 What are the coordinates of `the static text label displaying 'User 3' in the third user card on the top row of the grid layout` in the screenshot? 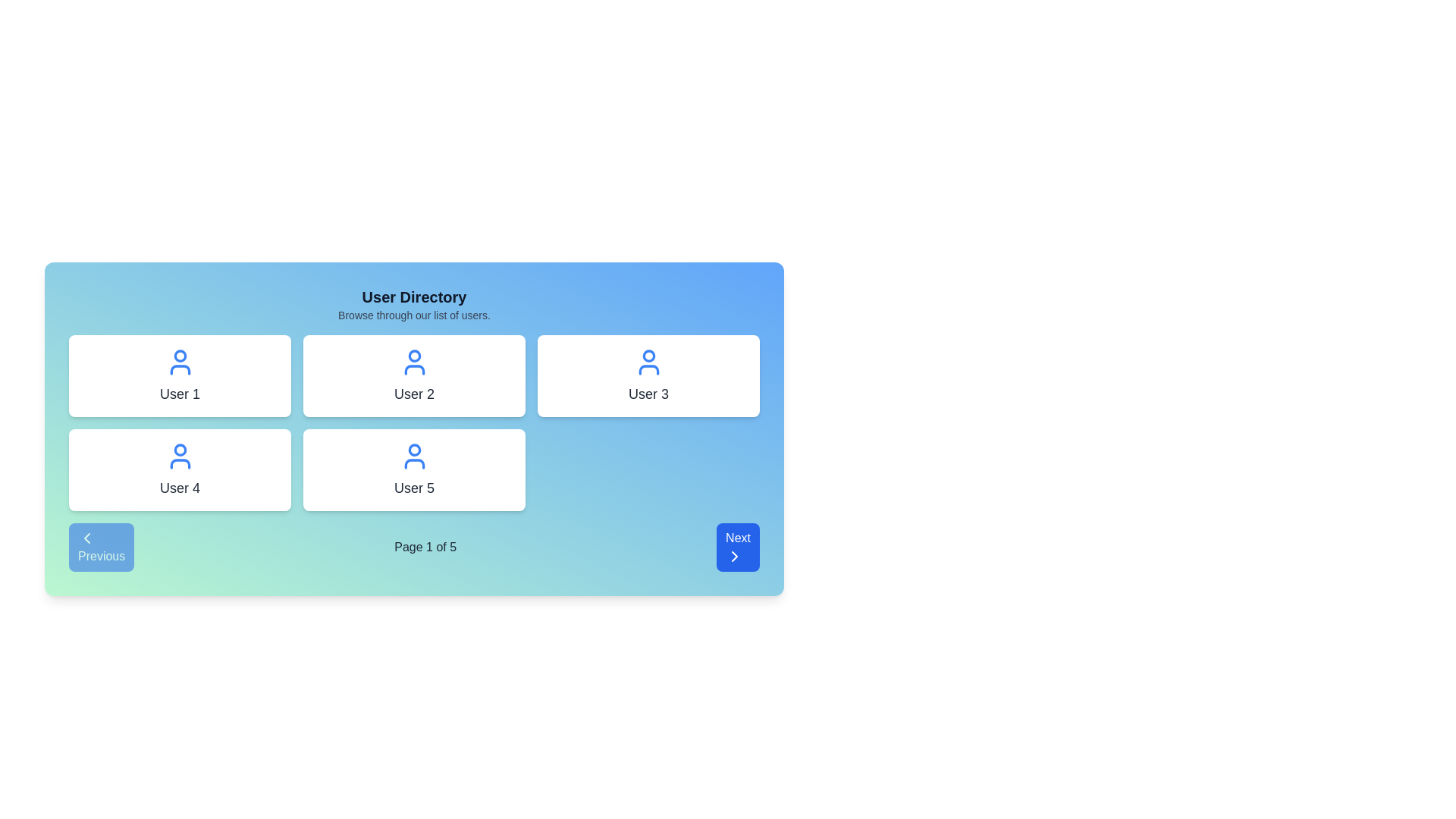 It's located at (648, 394).